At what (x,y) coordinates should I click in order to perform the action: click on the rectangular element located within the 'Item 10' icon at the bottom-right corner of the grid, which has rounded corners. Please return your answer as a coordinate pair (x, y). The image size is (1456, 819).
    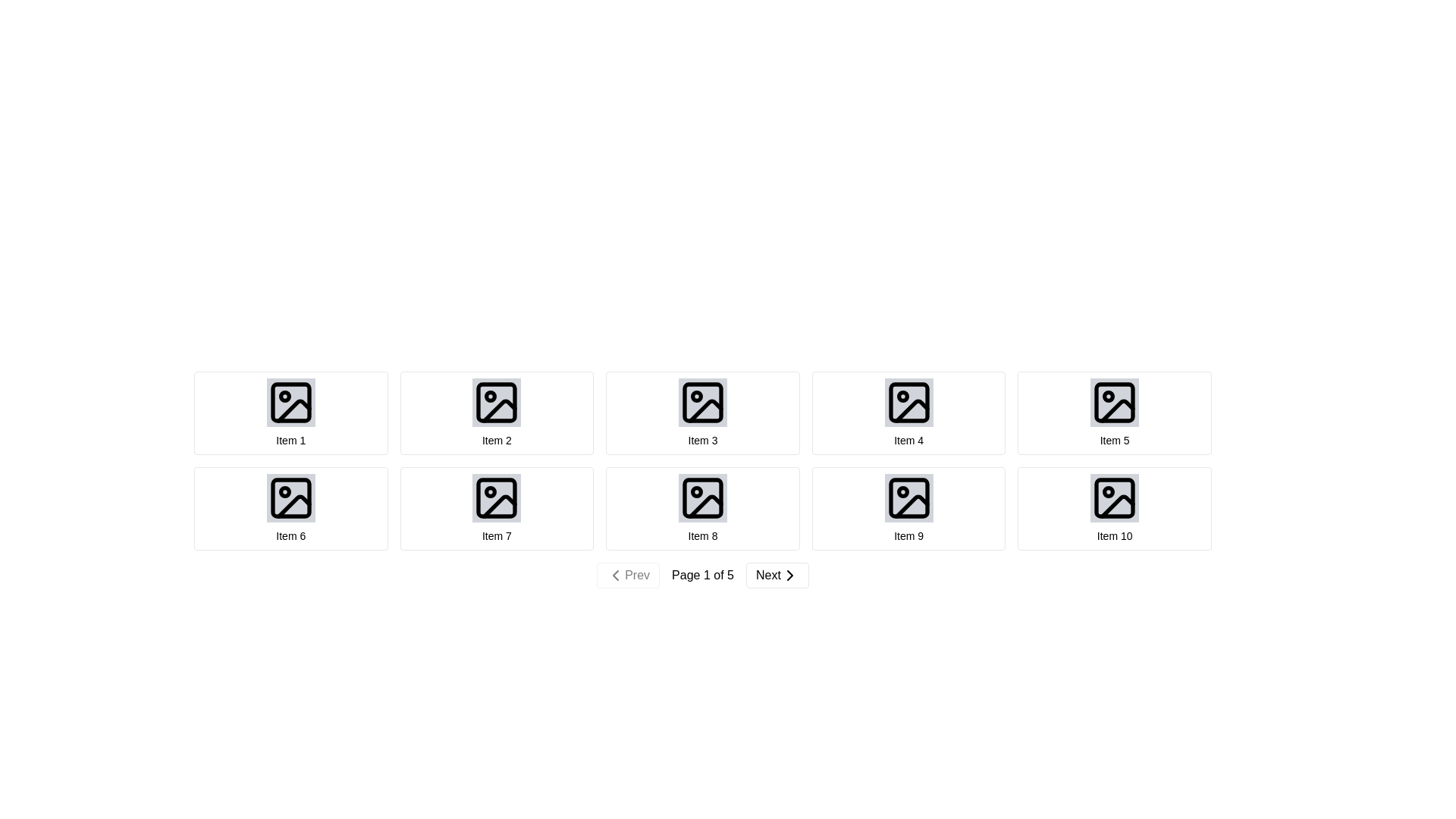
    Looking at the image, I should click on (1115, 497).